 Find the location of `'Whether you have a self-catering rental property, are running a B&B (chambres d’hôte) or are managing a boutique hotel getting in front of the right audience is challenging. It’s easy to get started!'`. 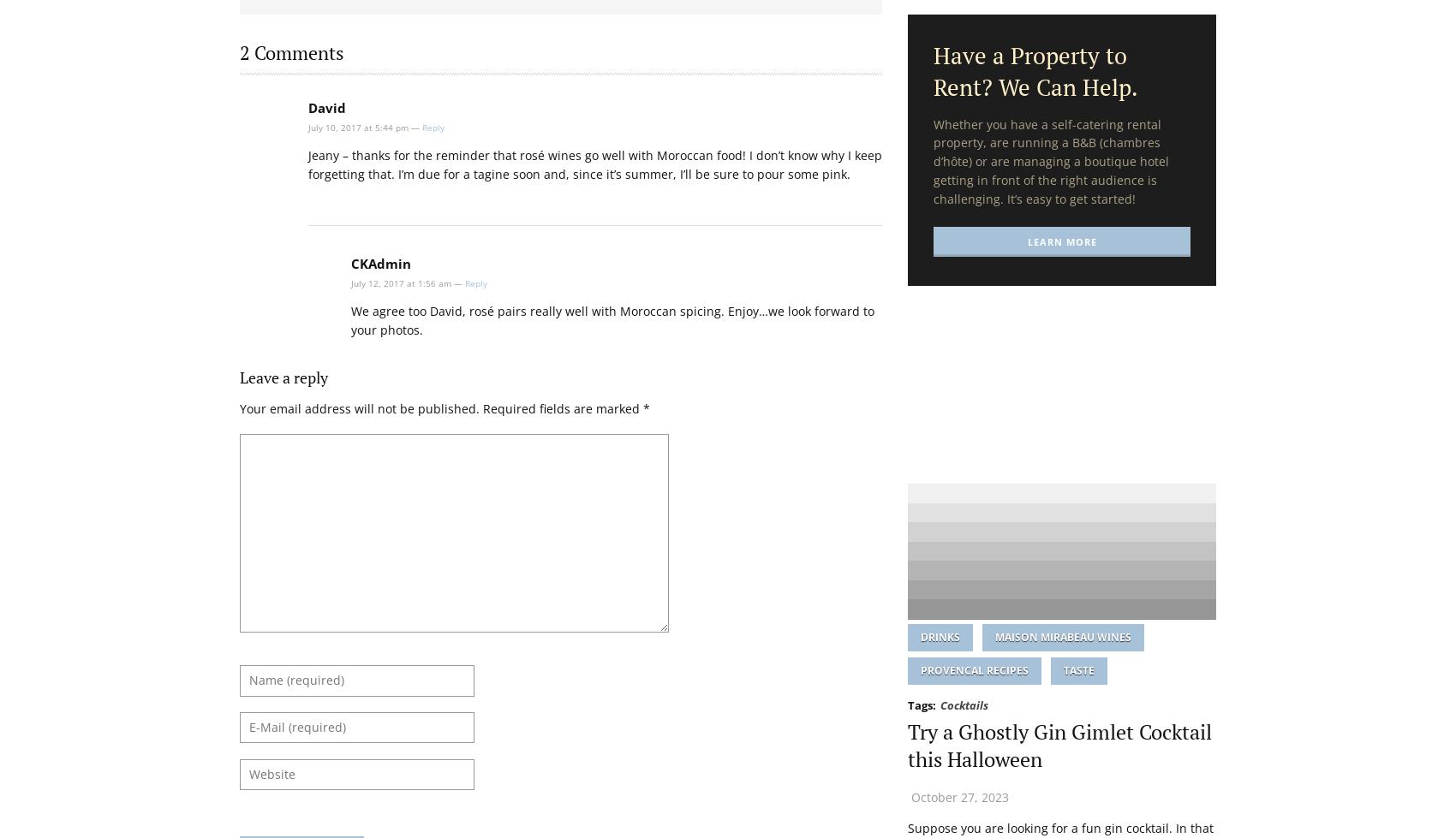

'Whether you have a self-catering rental property, are running a B&B (chambres d’hôte) or are managing a boutique hotel getting in front of the right audience is challenging. It’s easy to get started!' is located at coordinates (1050, 160).